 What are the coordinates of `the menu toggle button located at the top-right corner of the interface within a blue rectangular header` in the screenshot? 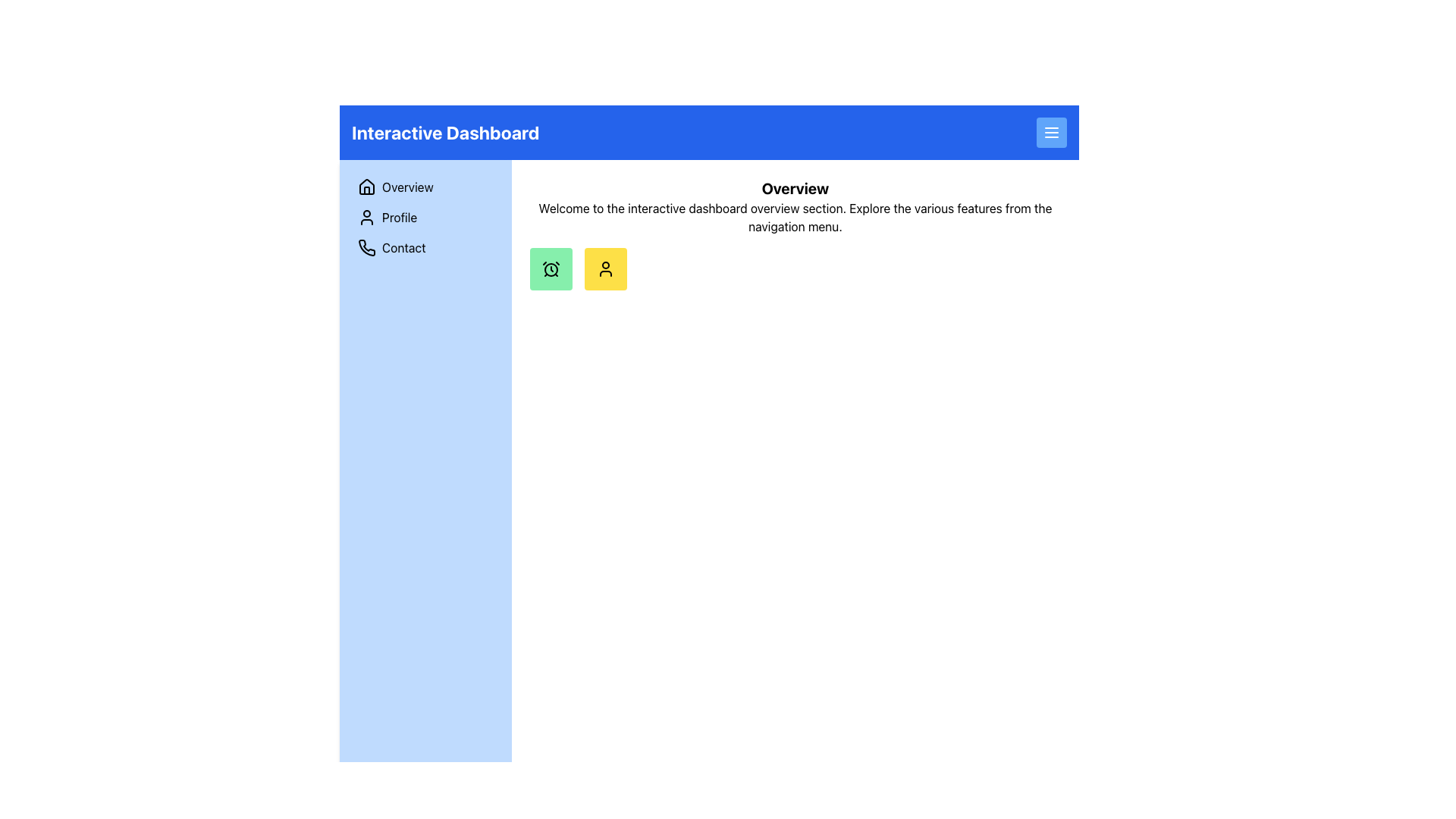 It's located at (1051, 131).